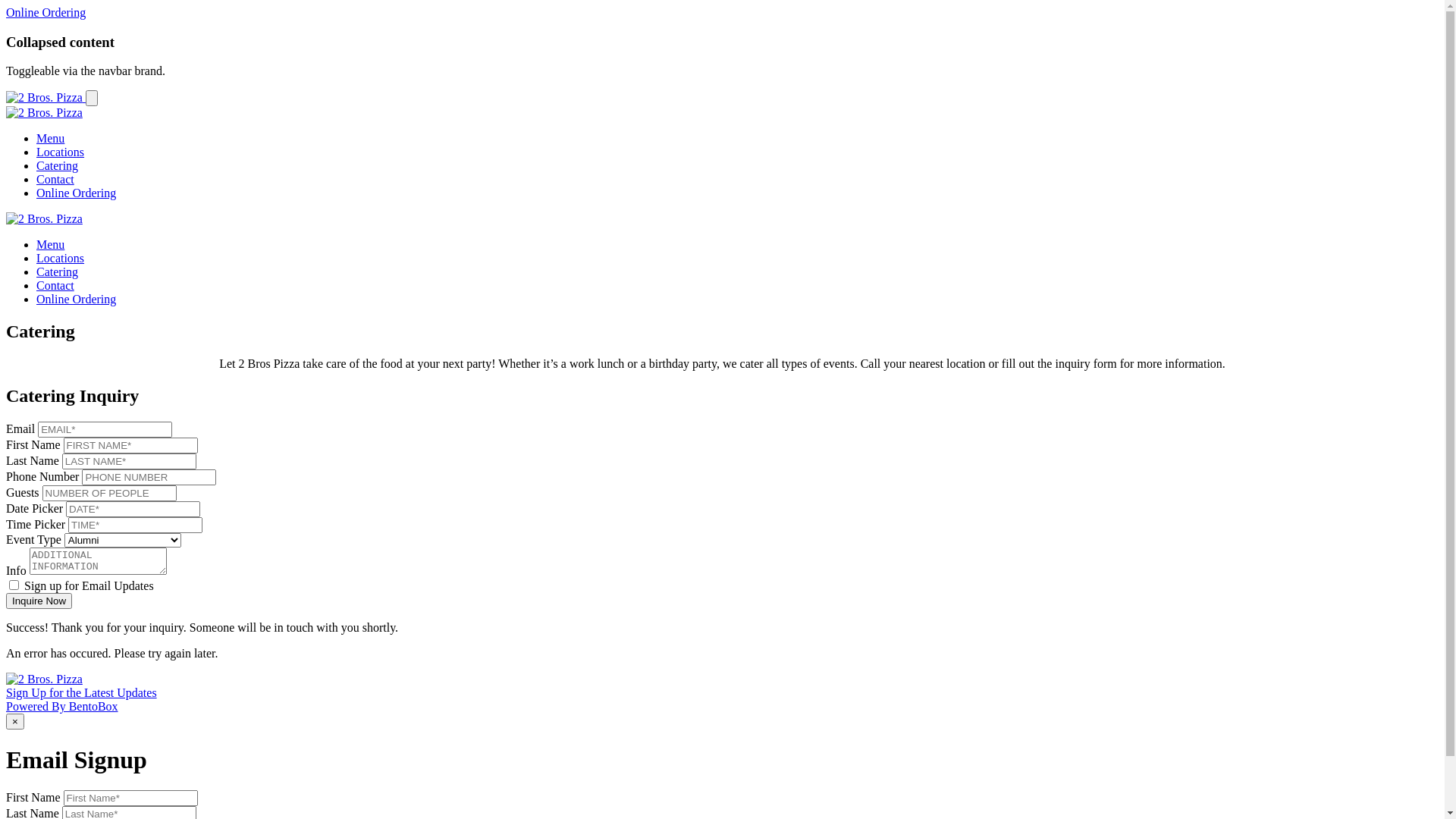 Image resolution: width=1456 pixels, height=819 pixels. I want to click on 'Inquire Now', so click(39, 600).